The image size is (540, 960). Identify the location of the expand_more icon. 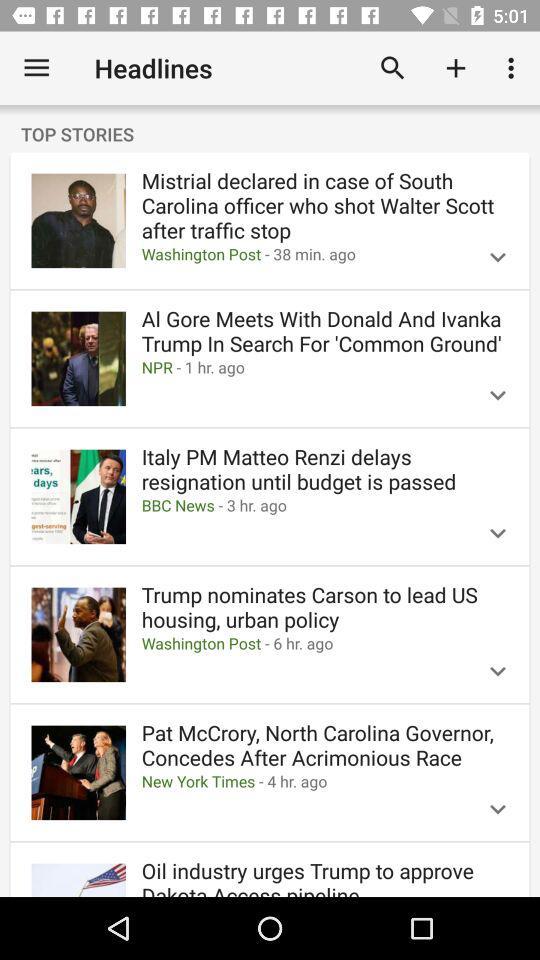
(496, 809).